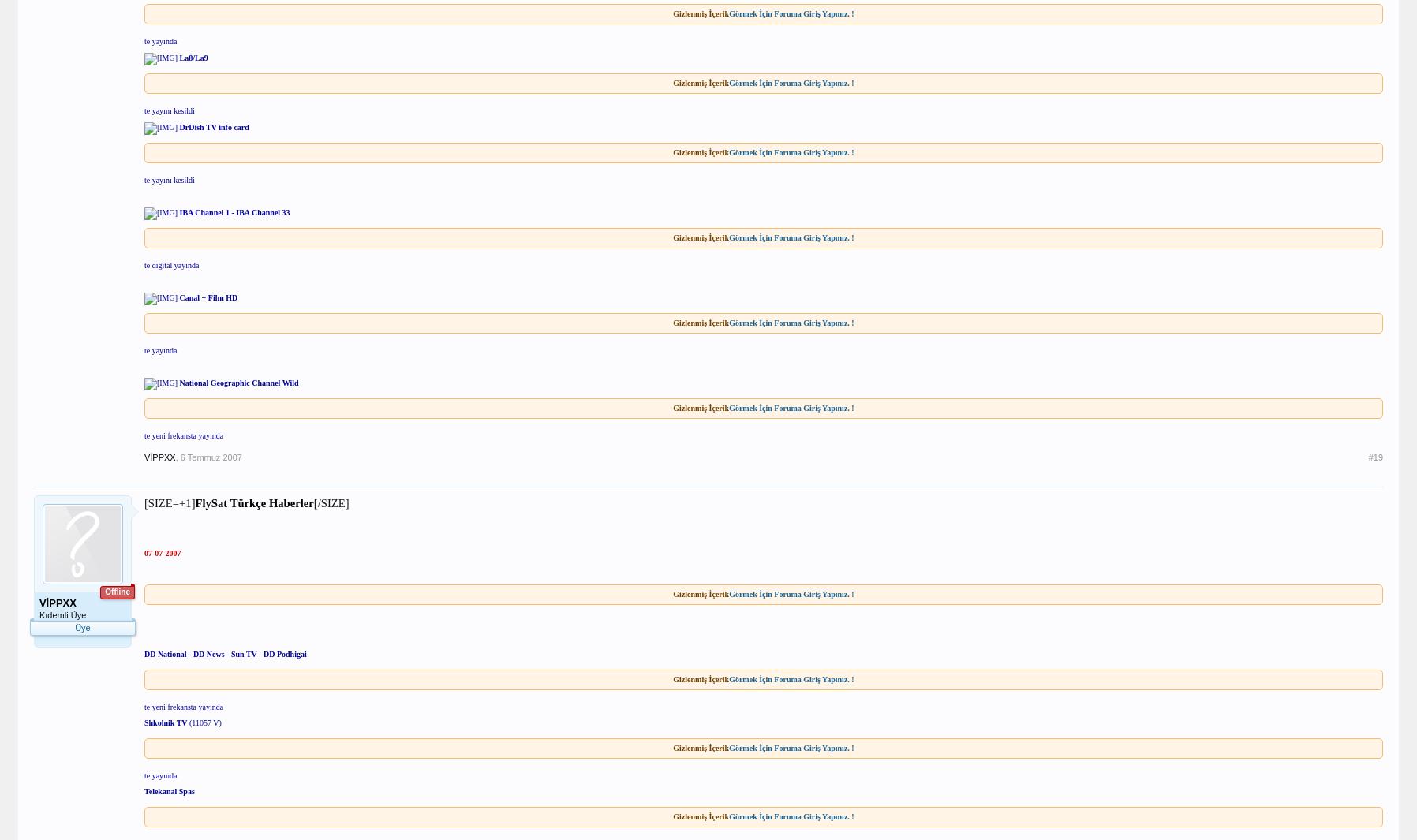 The image size is (1417, 840). I want to click on 'La8/La9', so click(193, 57).